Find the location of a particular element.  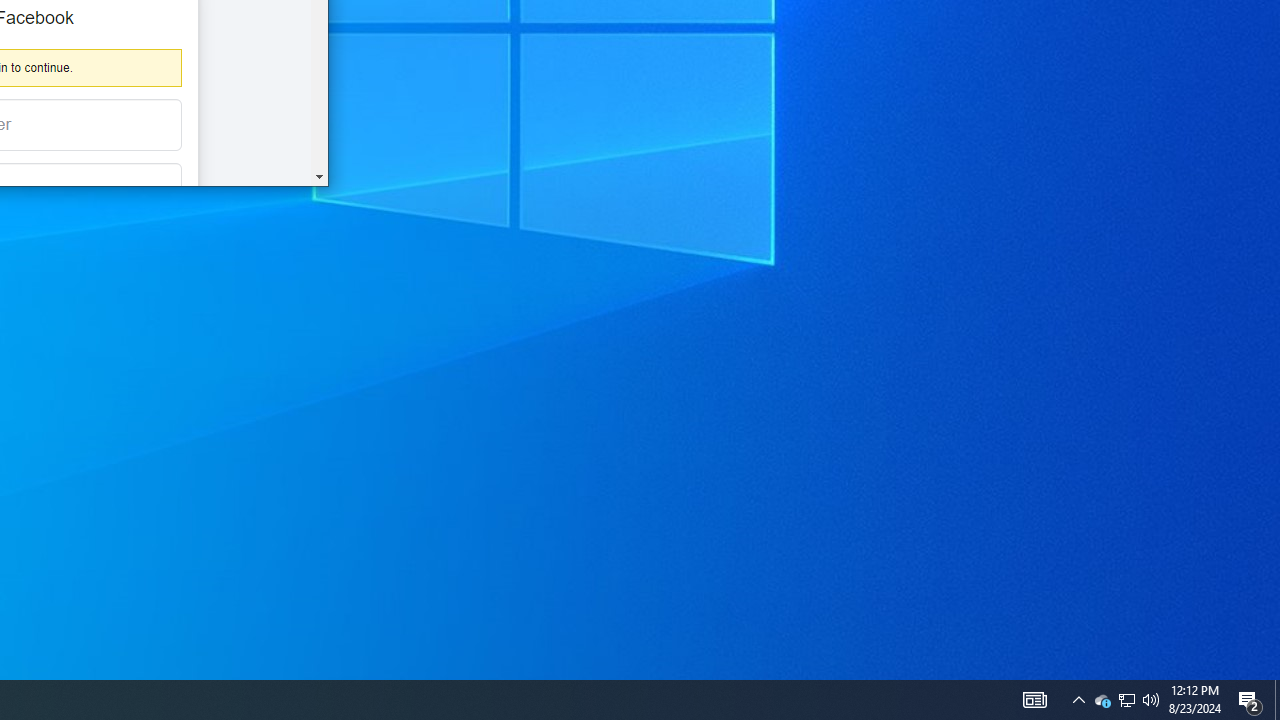

'Q2790: 100%' is located at coordinates (1151, 698).